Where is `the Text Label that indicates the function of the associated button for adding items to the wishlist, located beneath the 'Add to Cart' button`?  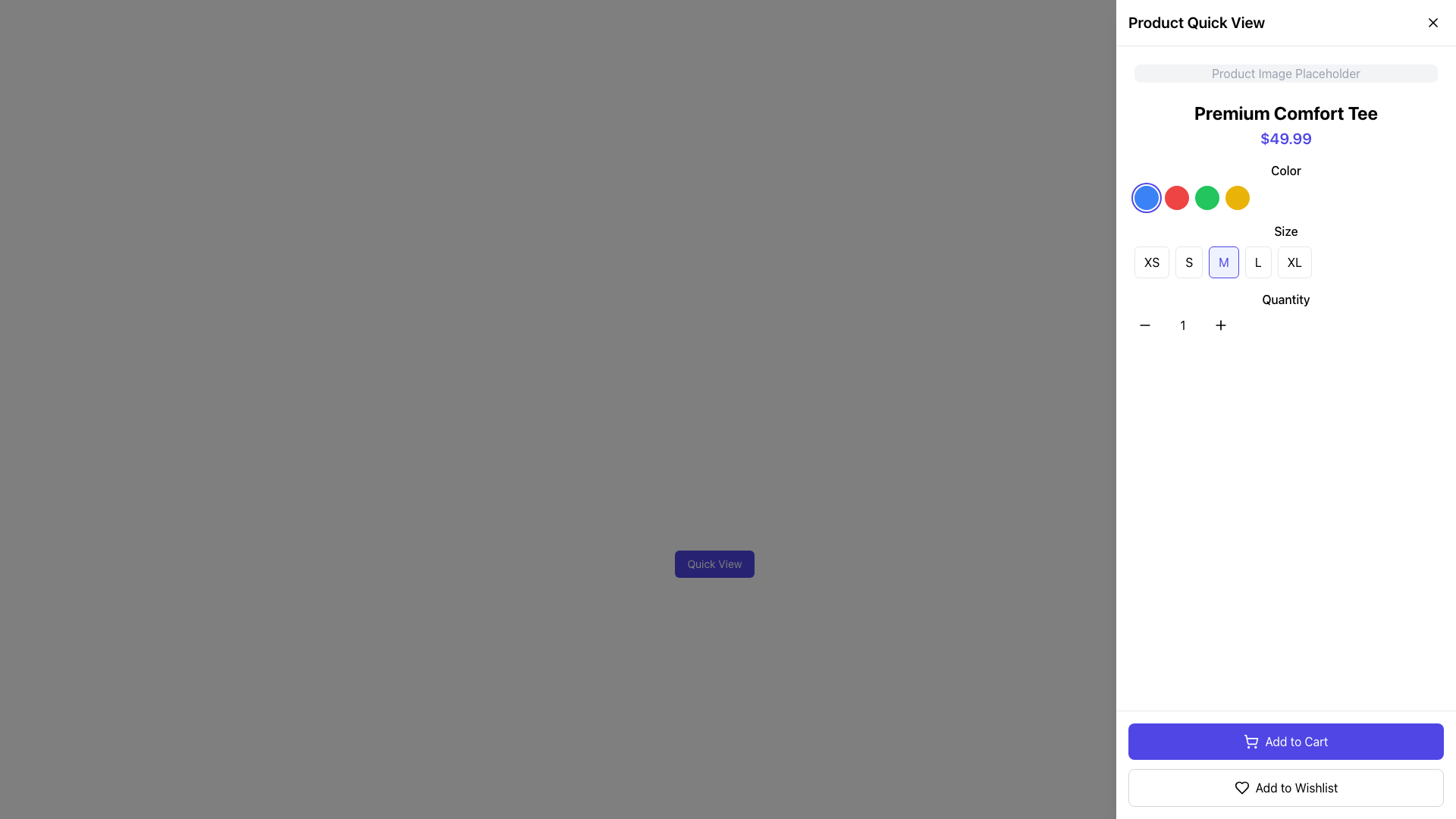
the Text Label that indicates the function of the associated button for adding items to the wishlist, located beneath the 'Add to Cart' button is located at coordinates (1295, 786).